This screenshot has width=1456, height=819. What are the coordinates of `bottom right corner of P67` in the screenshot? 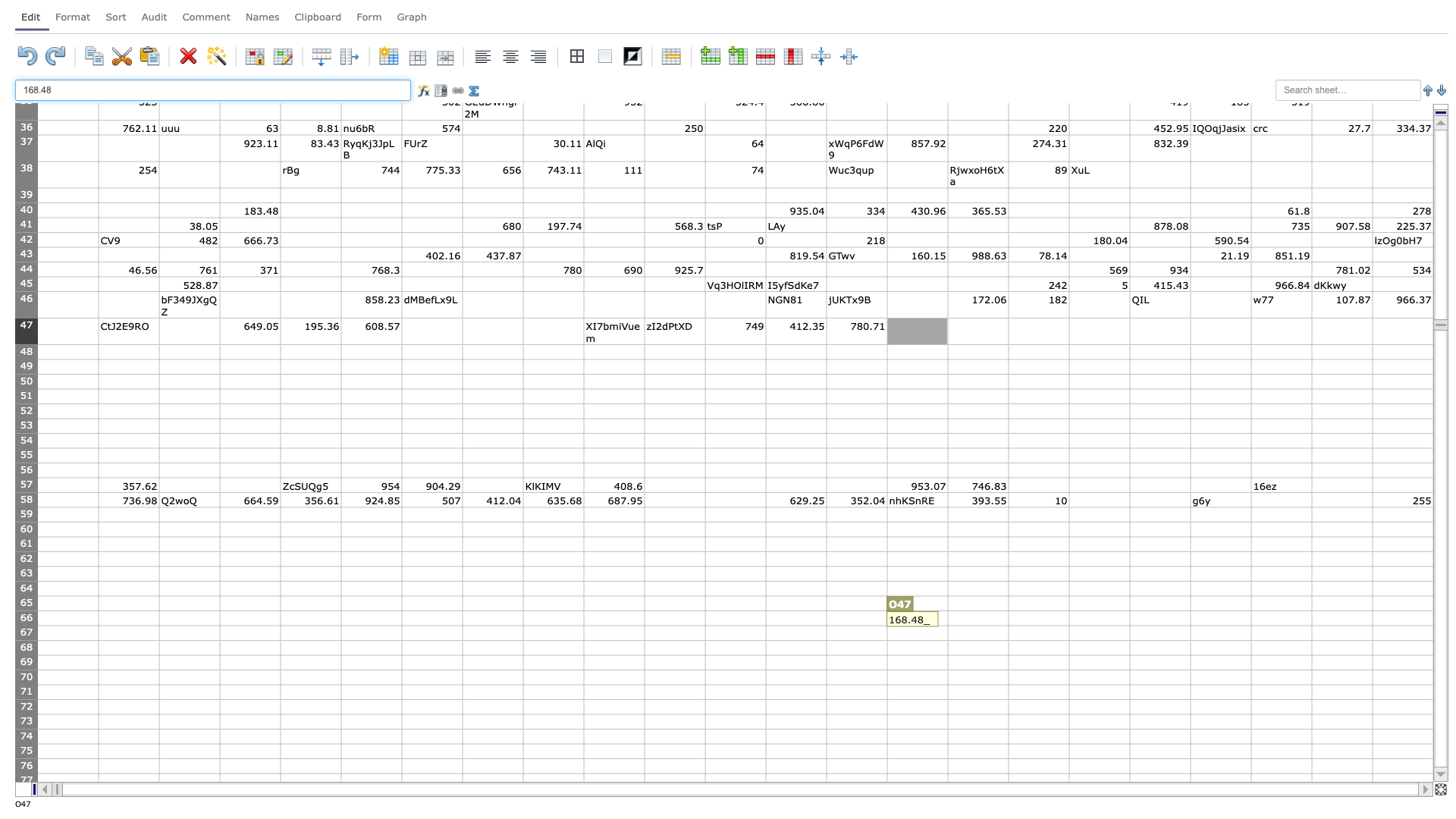 It's located at (1008, 640).